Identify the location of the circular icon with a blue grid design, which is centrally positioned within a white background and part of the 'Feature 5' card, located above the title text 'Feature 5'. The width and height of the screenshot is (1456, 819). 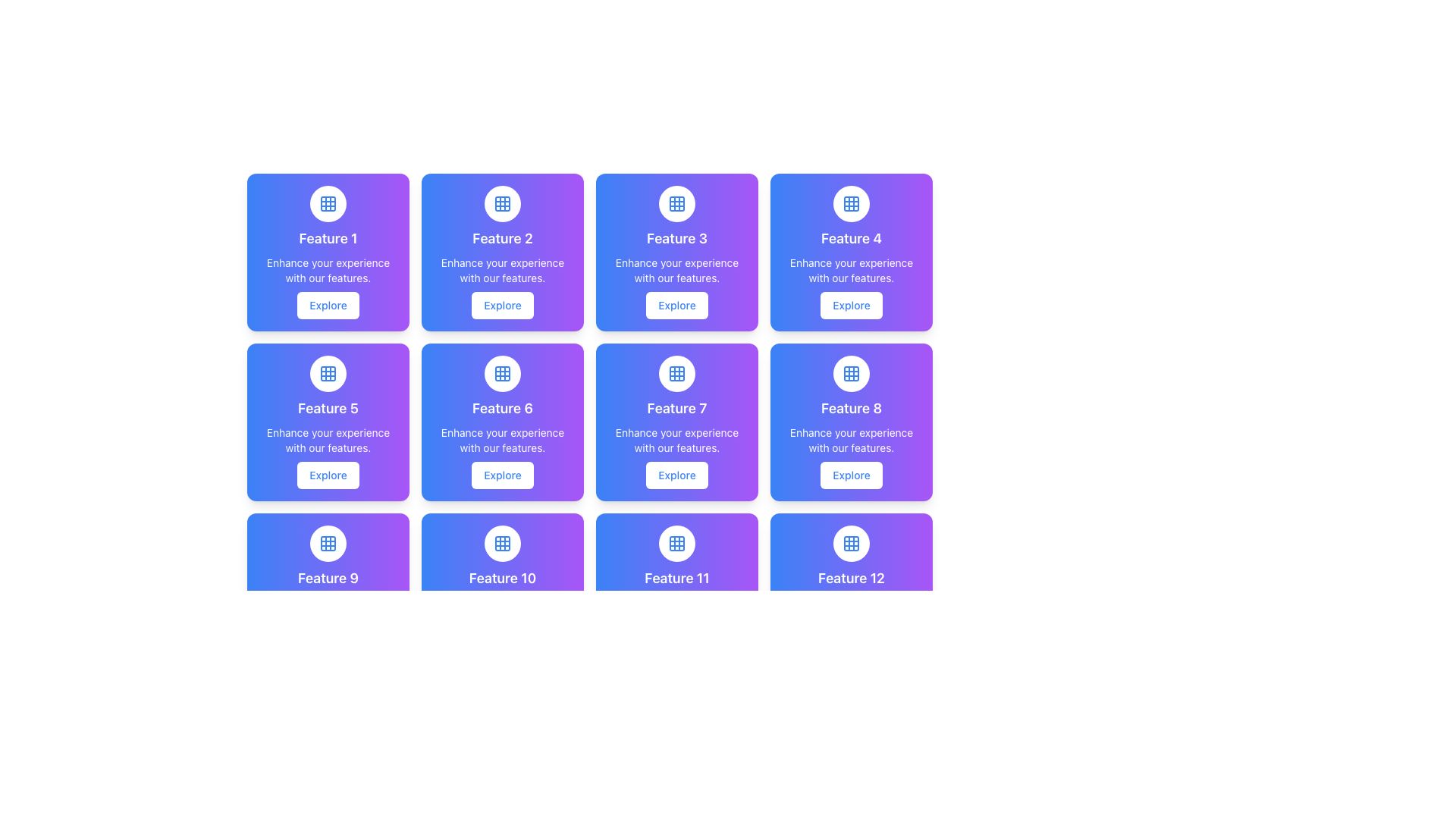
(327, 374).